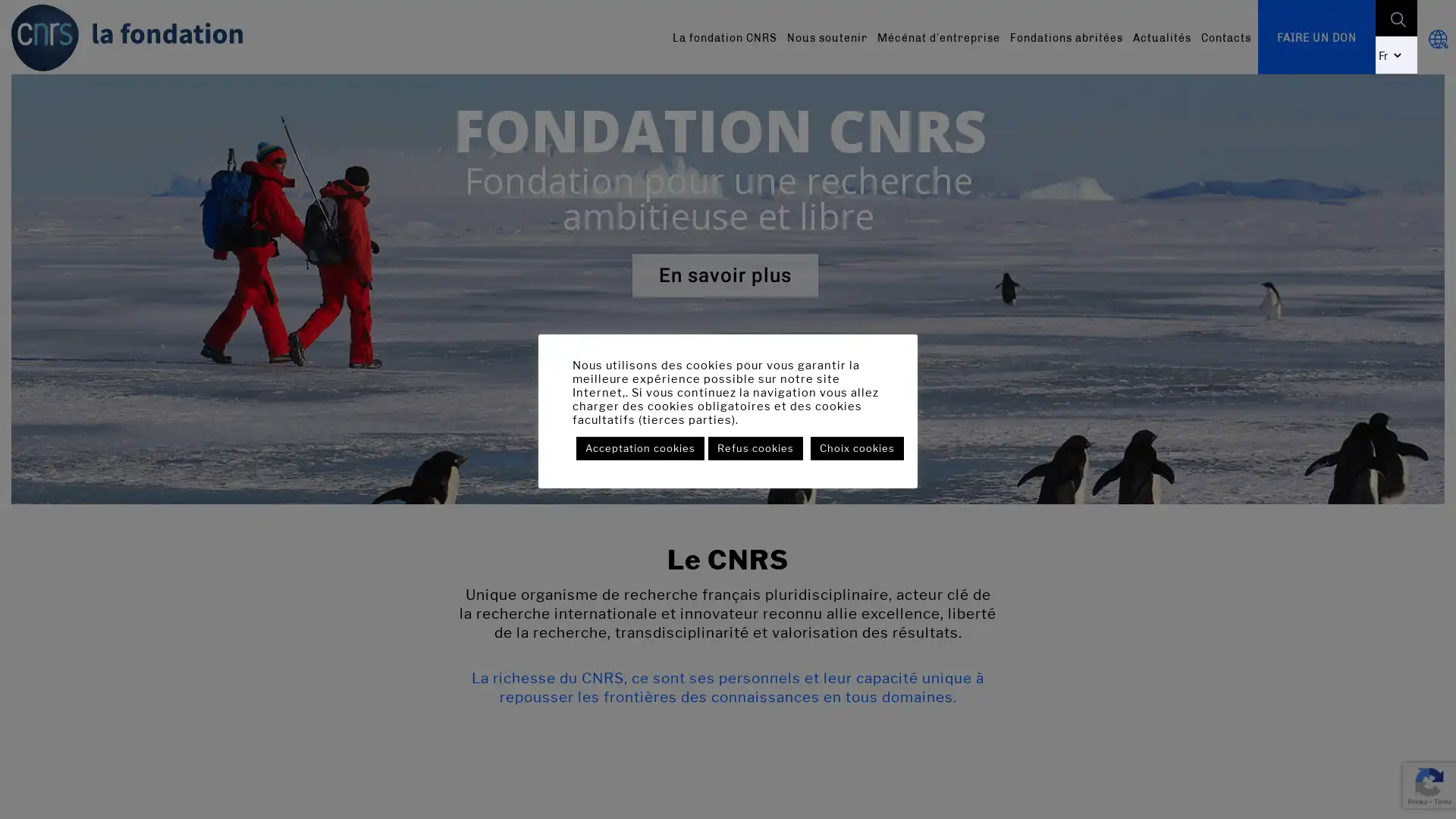 The height and width of the screenshot is (819, 1456). Describe the element at coordinates (640, 447) in the screenshot. I see `Acceptation cookies` at that location.